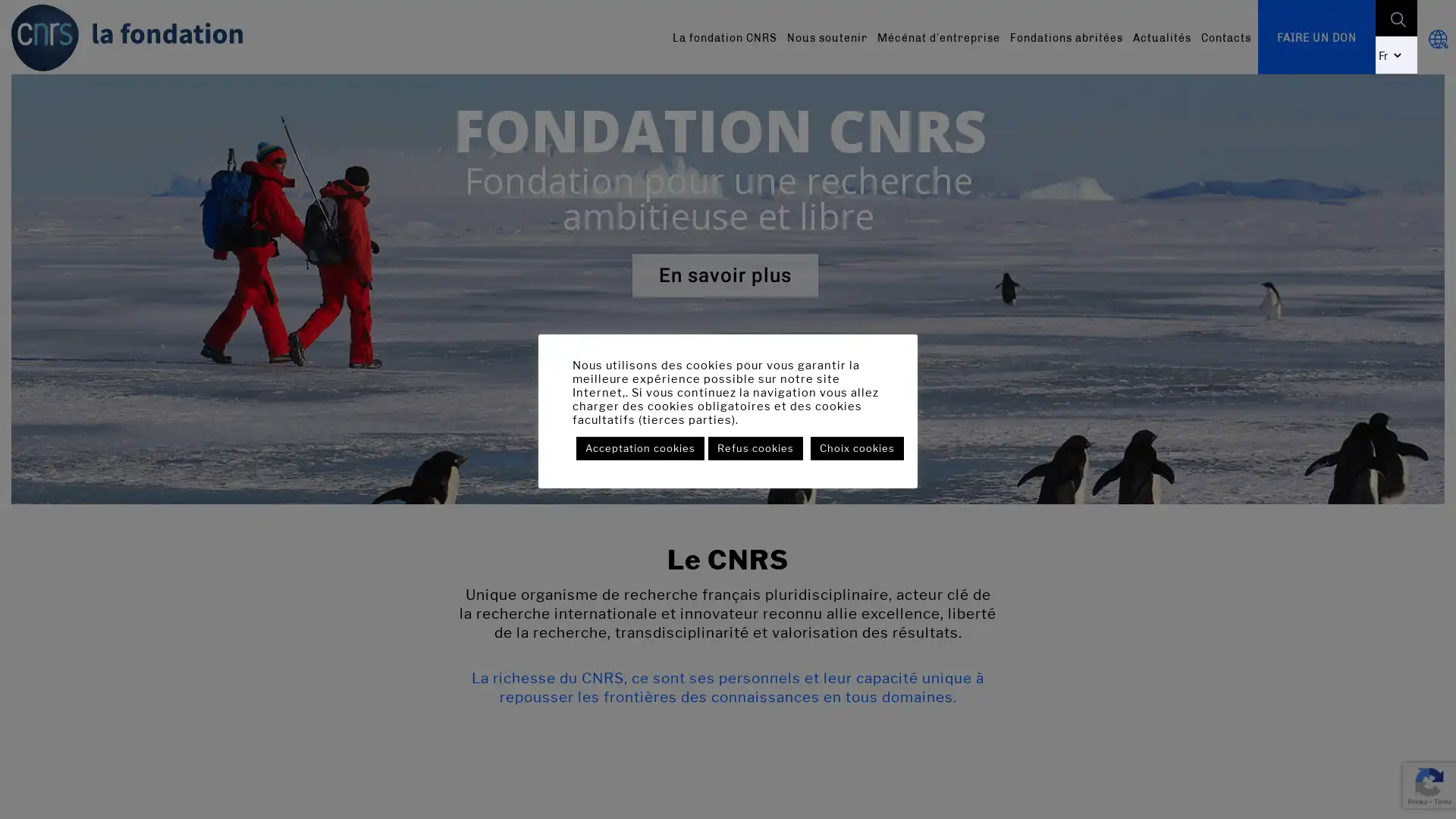 The height and width of the screenshot is (819, 1456). Describe the element at coordinates (640, 447) in the screenshot. I see `Acceptation cookies` at that location.